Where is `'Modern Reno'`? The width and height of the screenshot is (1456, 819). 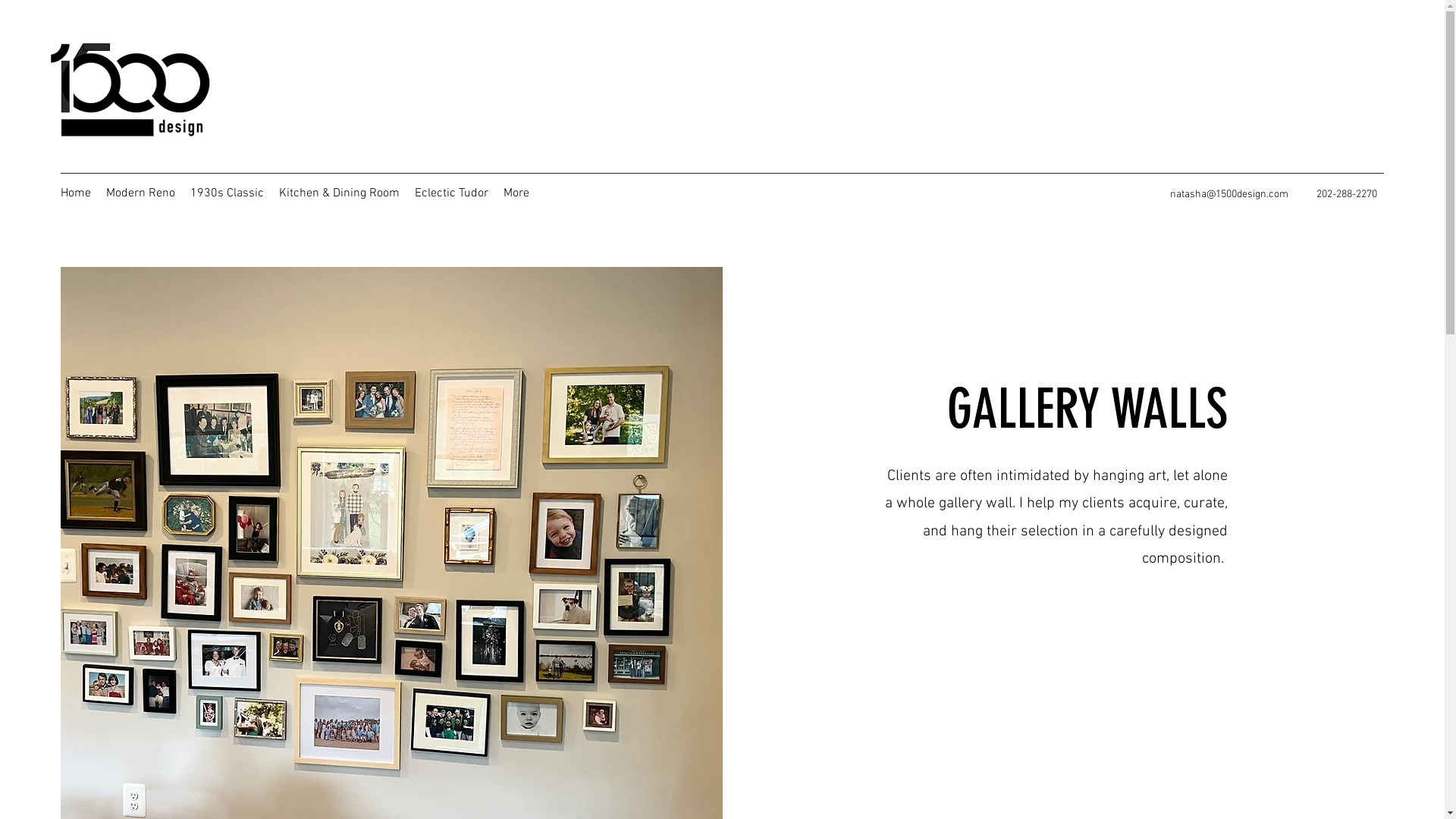 'Modern Reno' is located at coordinates (97, 192).